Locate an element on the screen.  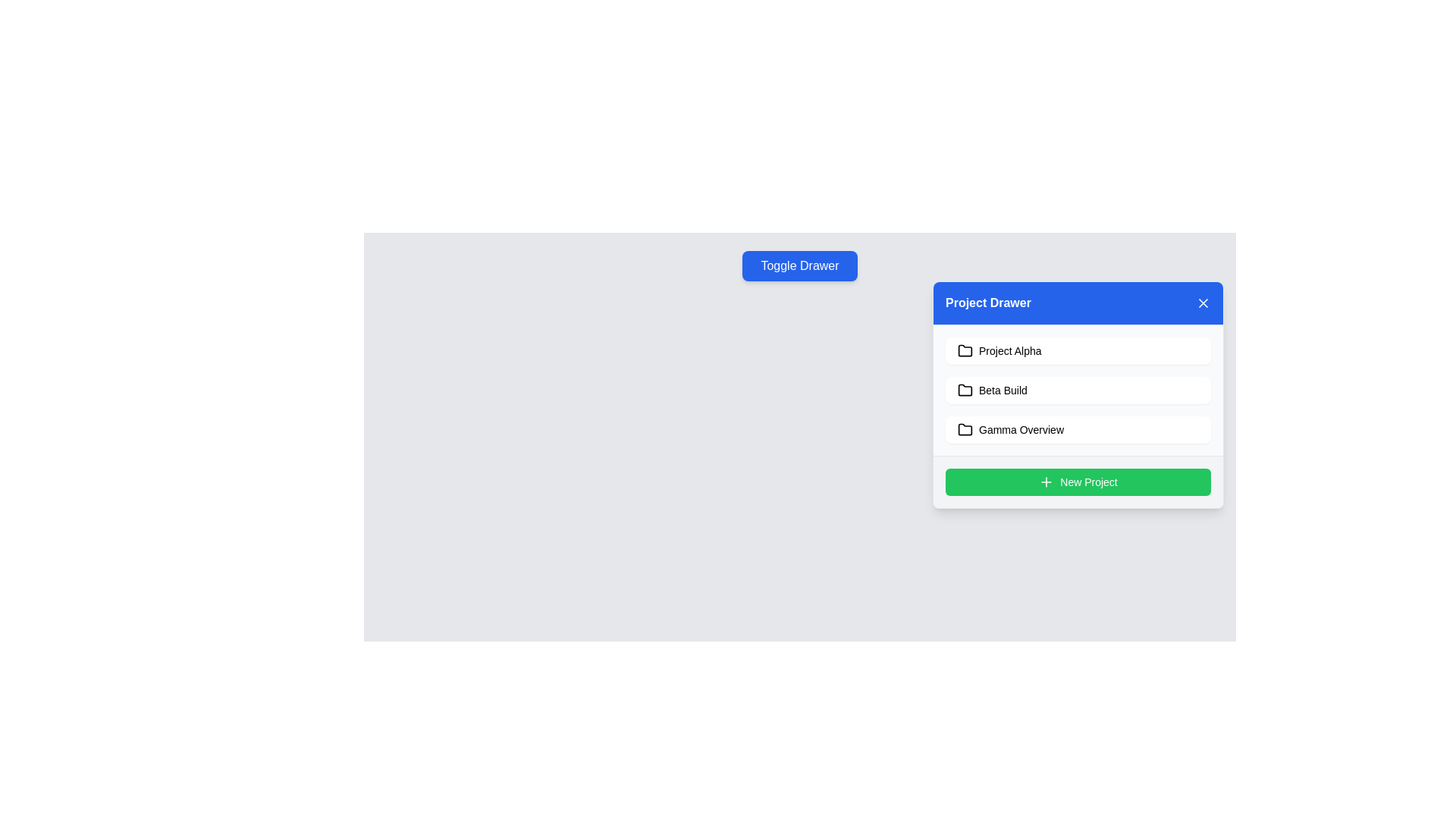
the folder icon representing the project named 'Beta Build' located in the Project Drawer panel, which is the second folder icon between 'Project Alpha' and 'Gamma Overview' is located at coordinates (964, 388).